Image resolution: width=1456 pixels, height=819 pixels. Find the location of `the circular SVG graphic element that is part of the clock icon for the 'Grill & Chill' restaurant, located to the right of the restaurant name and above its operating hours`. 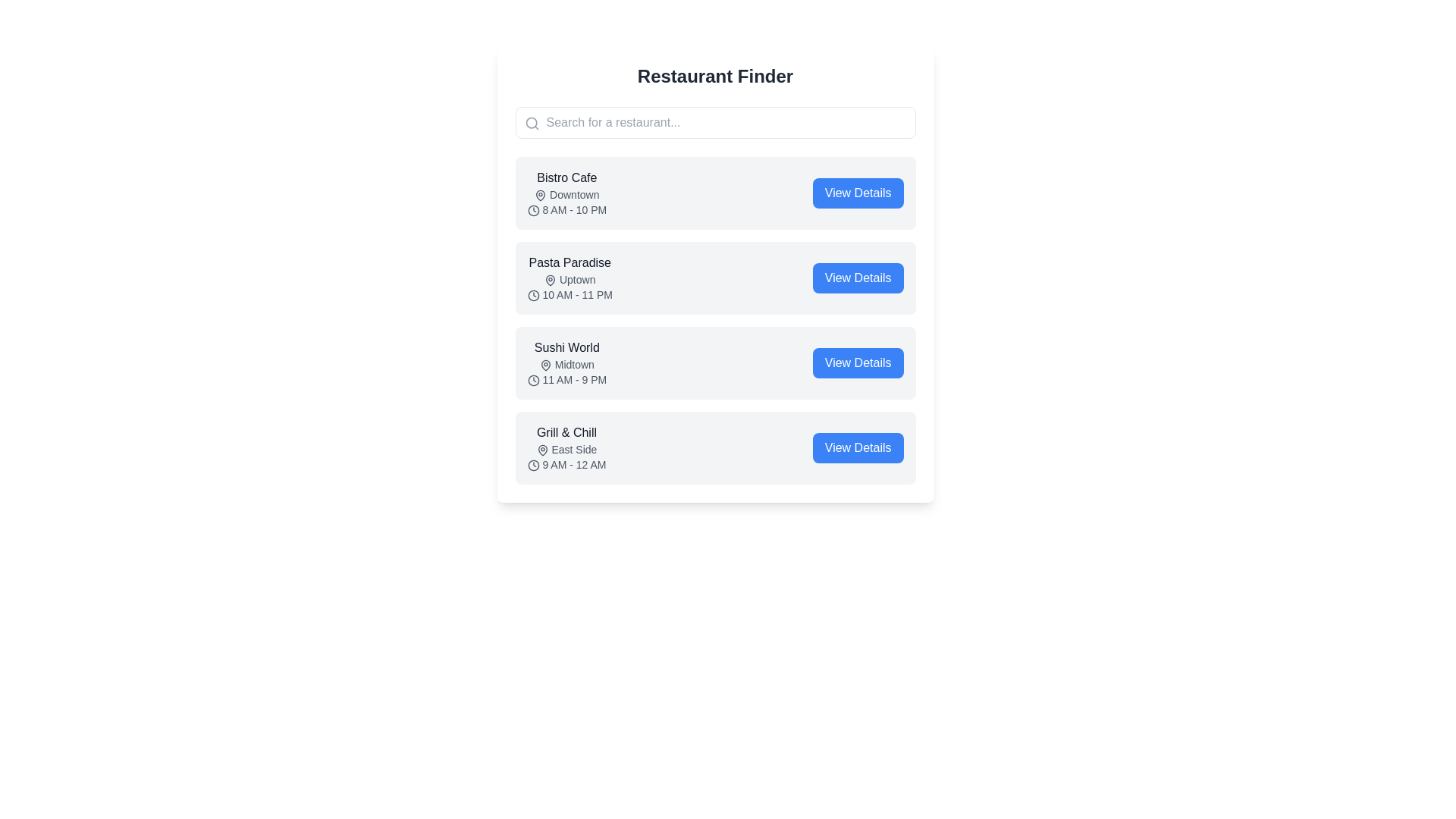

the circular SVG graphic element that is part of the clock icon for the 'Grill & Chill' restaurant, located to the right of the restaurant name and above its operating hours is located at coordinates (533, 465).